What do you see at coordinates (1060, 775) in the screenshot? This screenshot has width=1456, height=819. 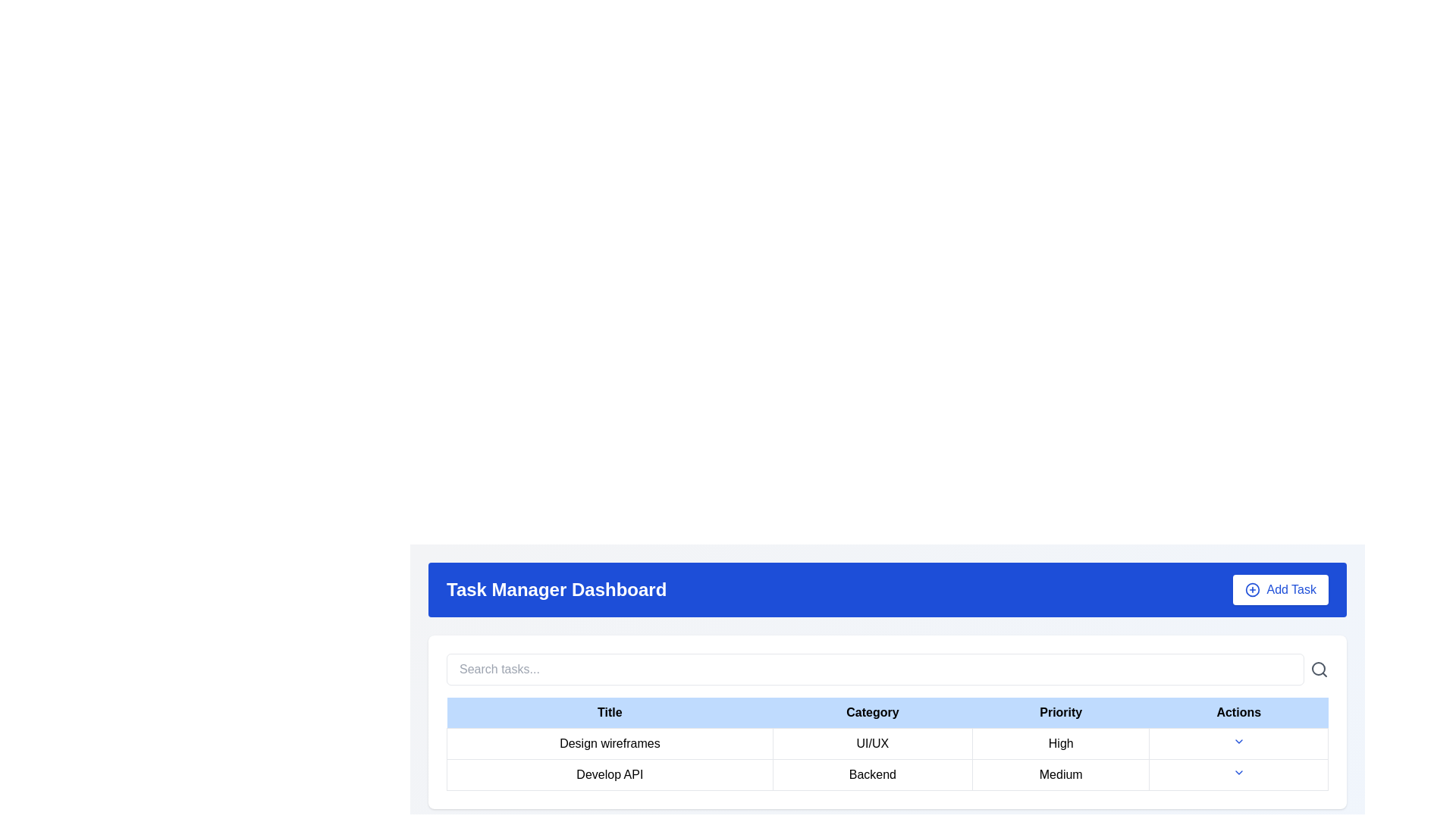 I see `the 'Medium' text label in the 'Priority' column of the 'Develop API' row, which is styled with a light border and padding` at bounding box center [1060, 775].